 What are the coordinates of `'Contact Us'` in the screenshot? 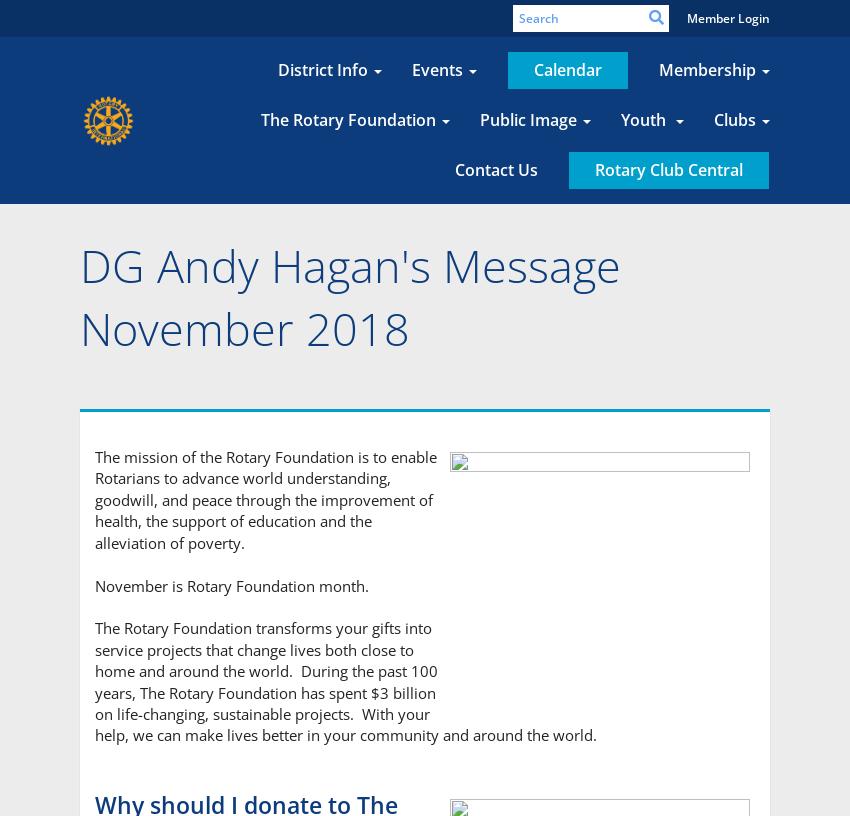 It's located at (496, 169).